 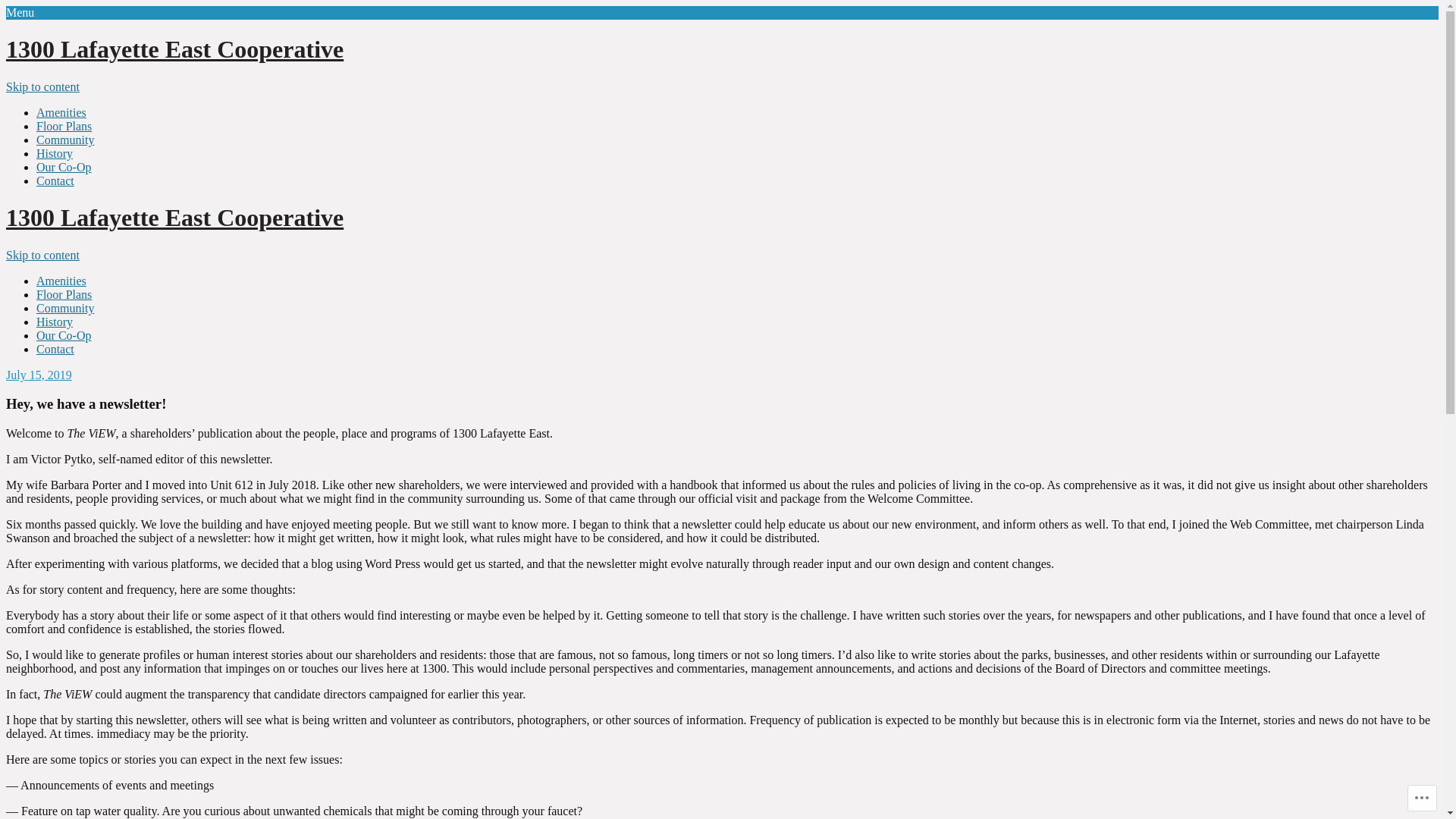 I want to click on 'Contact', so click(x=55, y=349).